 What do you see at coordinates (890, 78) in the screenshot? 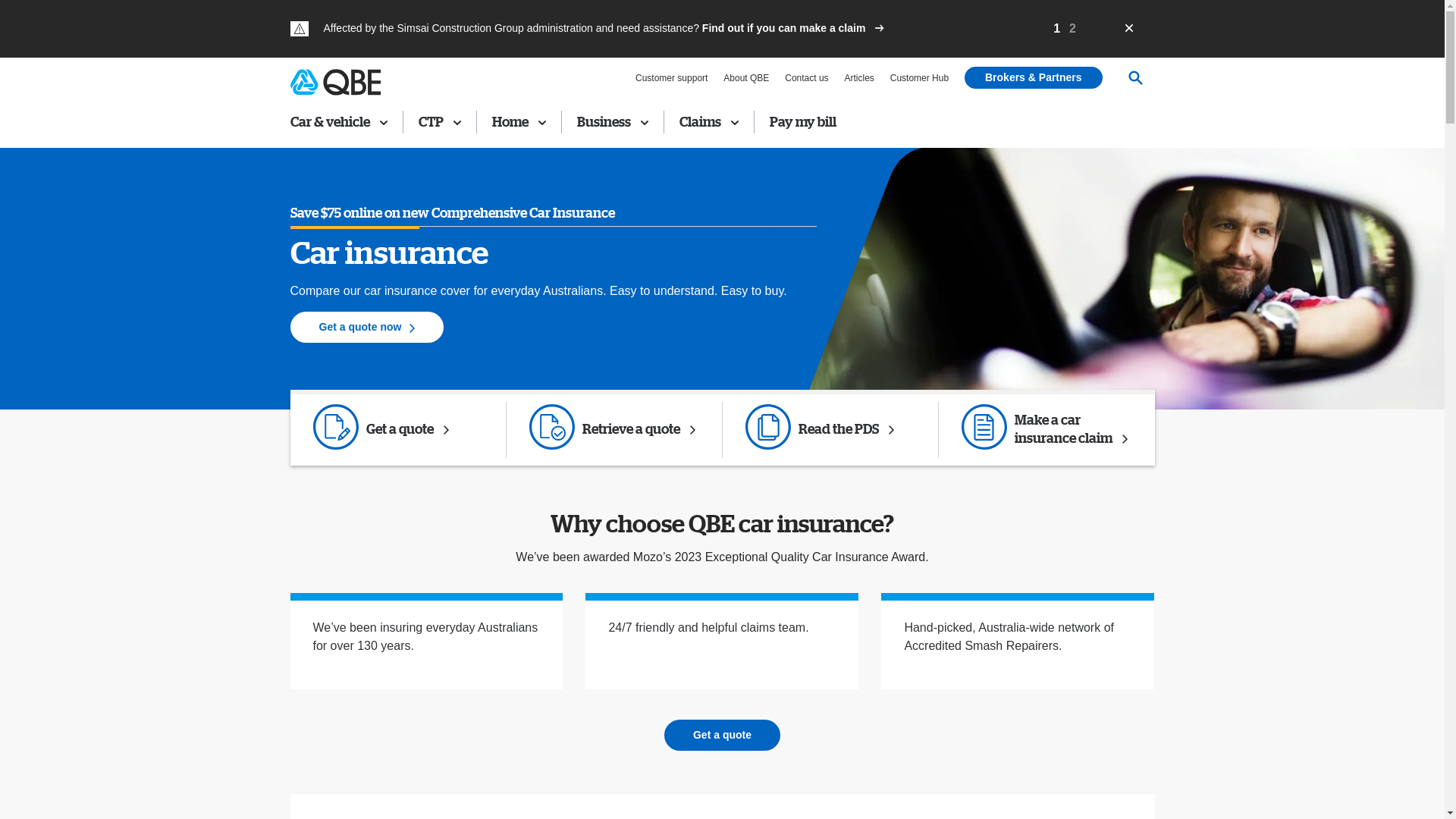
I see `'Customer Hub'` at bounding box center [890, 78].